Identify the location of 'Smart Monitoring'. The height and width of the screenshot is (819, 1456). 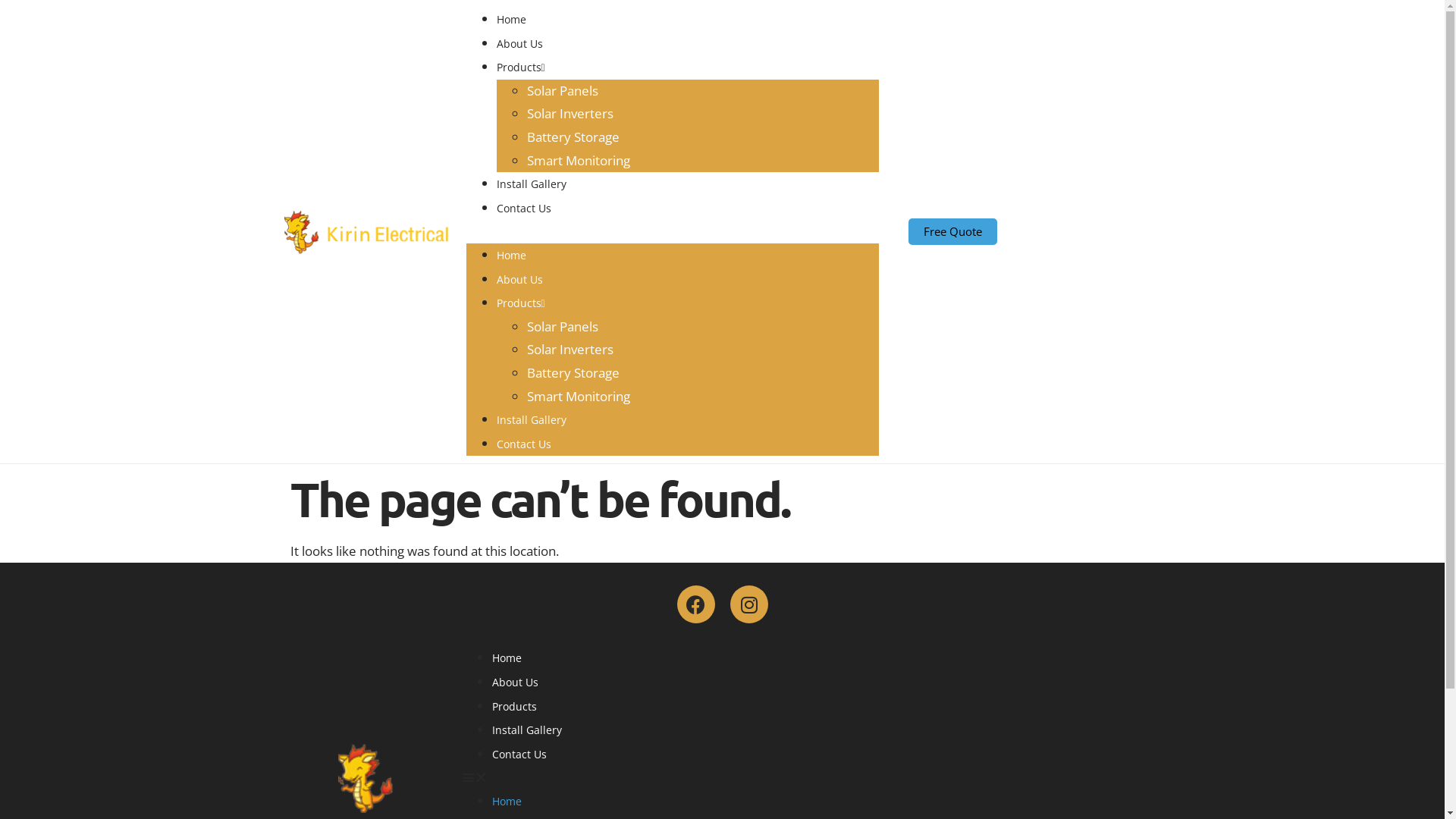
(577, 394).